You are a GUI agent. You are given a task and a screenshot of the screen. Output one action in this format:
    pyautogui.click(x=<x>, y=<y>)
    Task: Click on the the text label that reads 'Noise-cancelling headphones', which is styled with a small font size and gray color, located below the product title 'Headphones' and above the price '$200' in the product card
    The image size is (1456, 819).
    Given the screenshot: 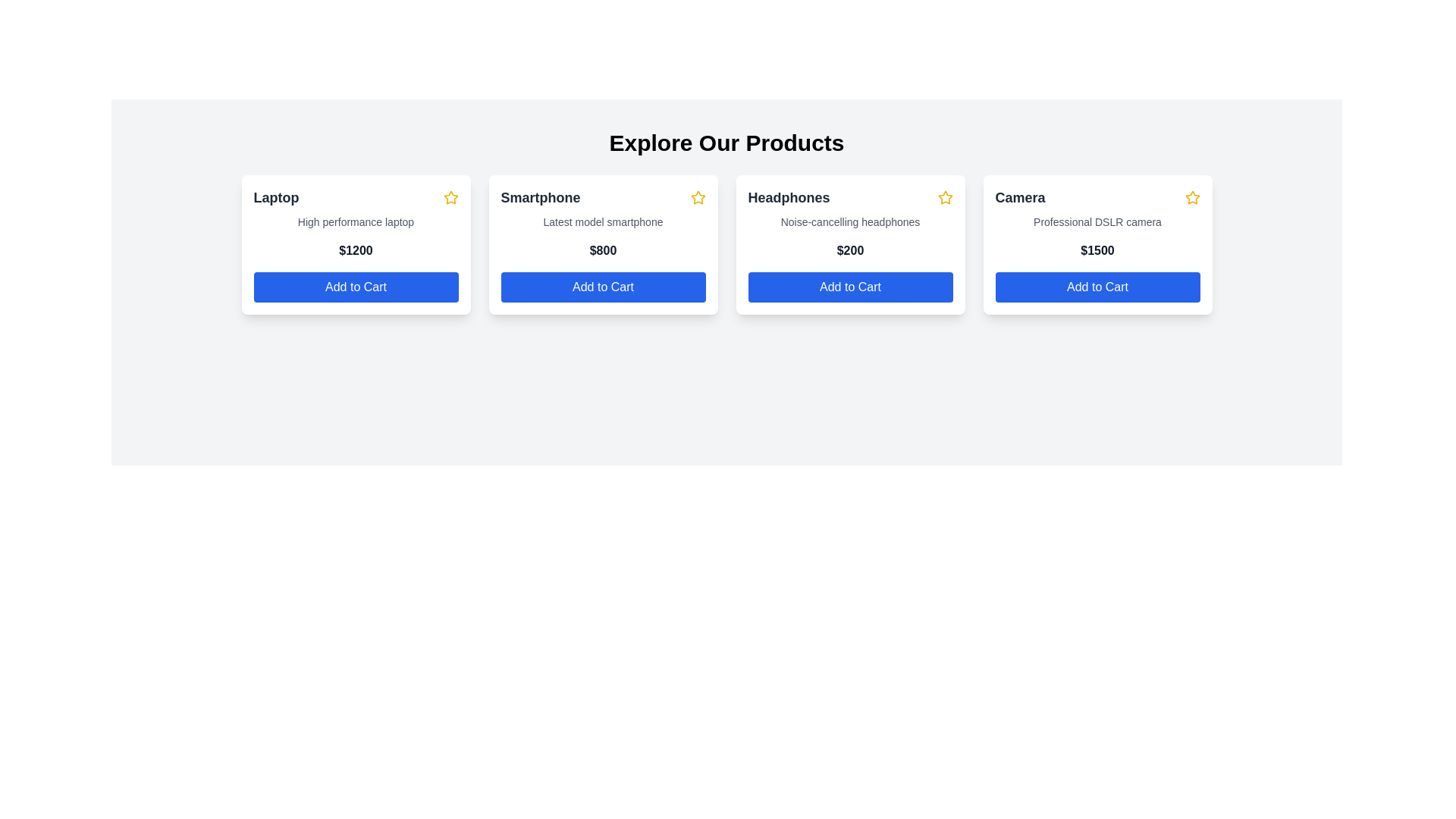 What is the action you would take?
    pyautogui.click(x=850, y=222)
    